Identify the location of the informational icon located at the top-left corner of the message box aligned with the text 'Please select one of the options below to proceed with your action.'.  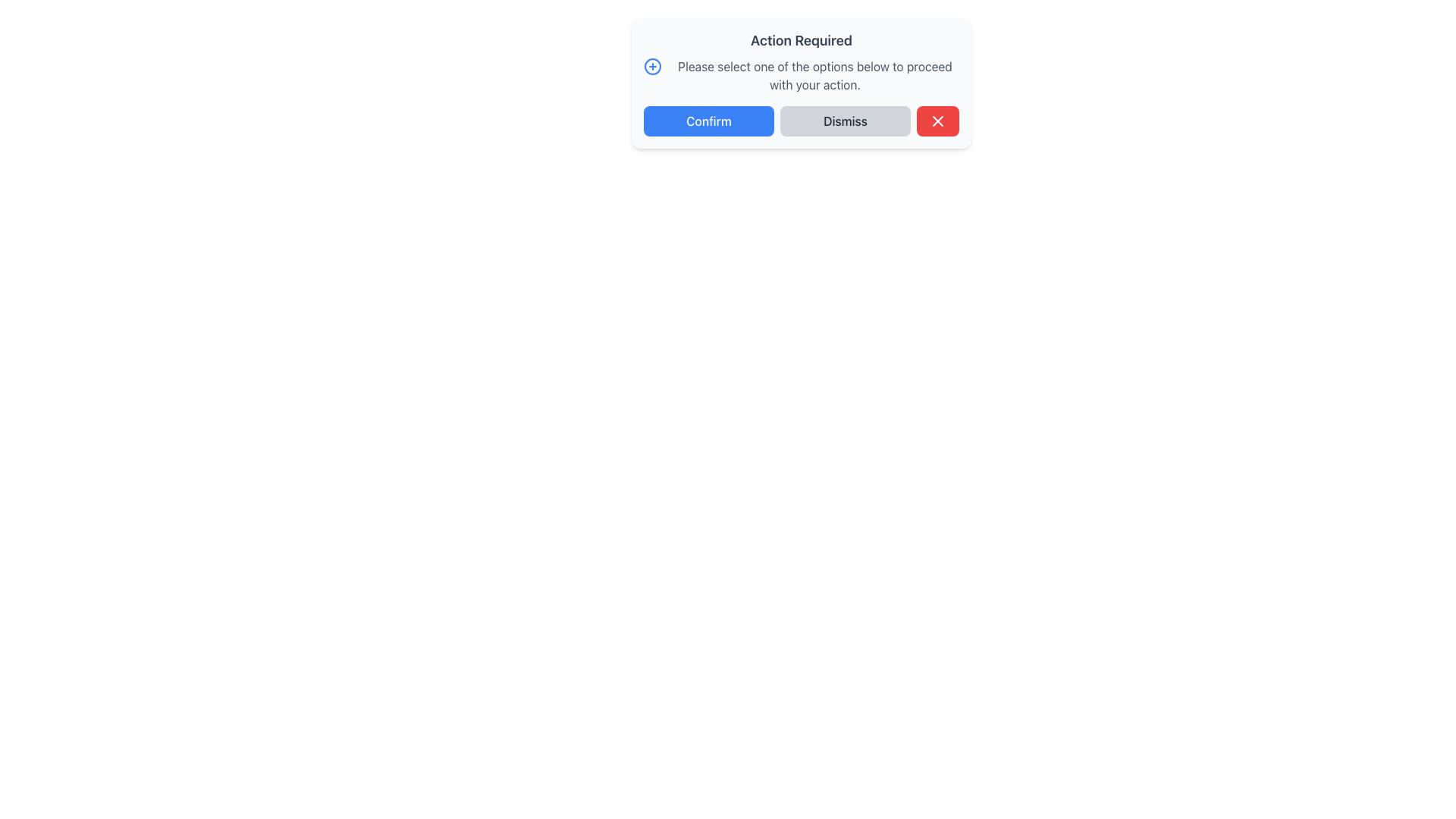
(652, 66).